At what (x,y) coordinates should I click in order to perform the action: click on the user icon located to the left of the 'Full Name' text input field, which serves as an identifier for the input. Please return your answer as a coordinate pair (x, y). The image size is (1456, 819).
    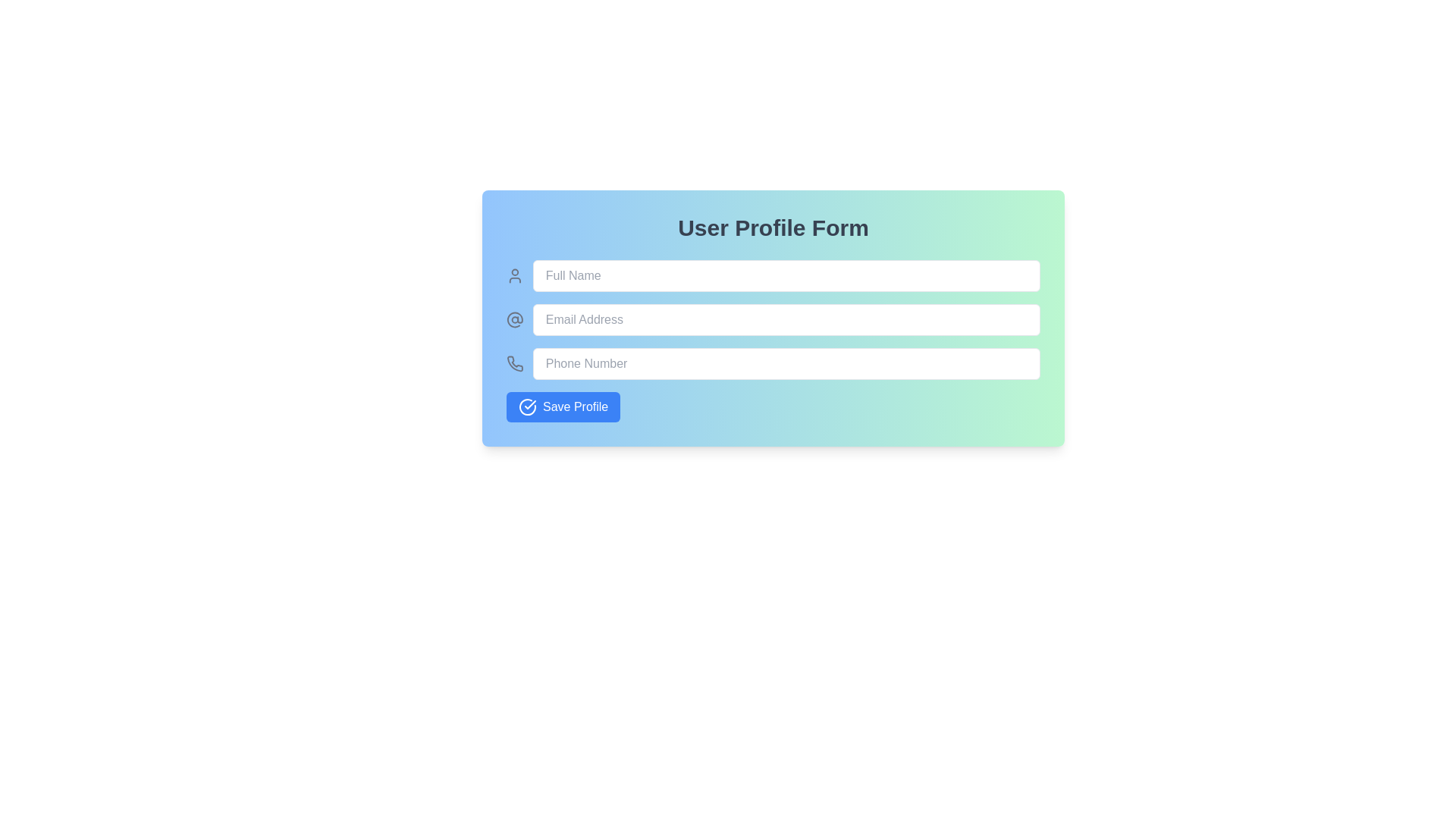
    Looking at the image, I should click on (515, 275).